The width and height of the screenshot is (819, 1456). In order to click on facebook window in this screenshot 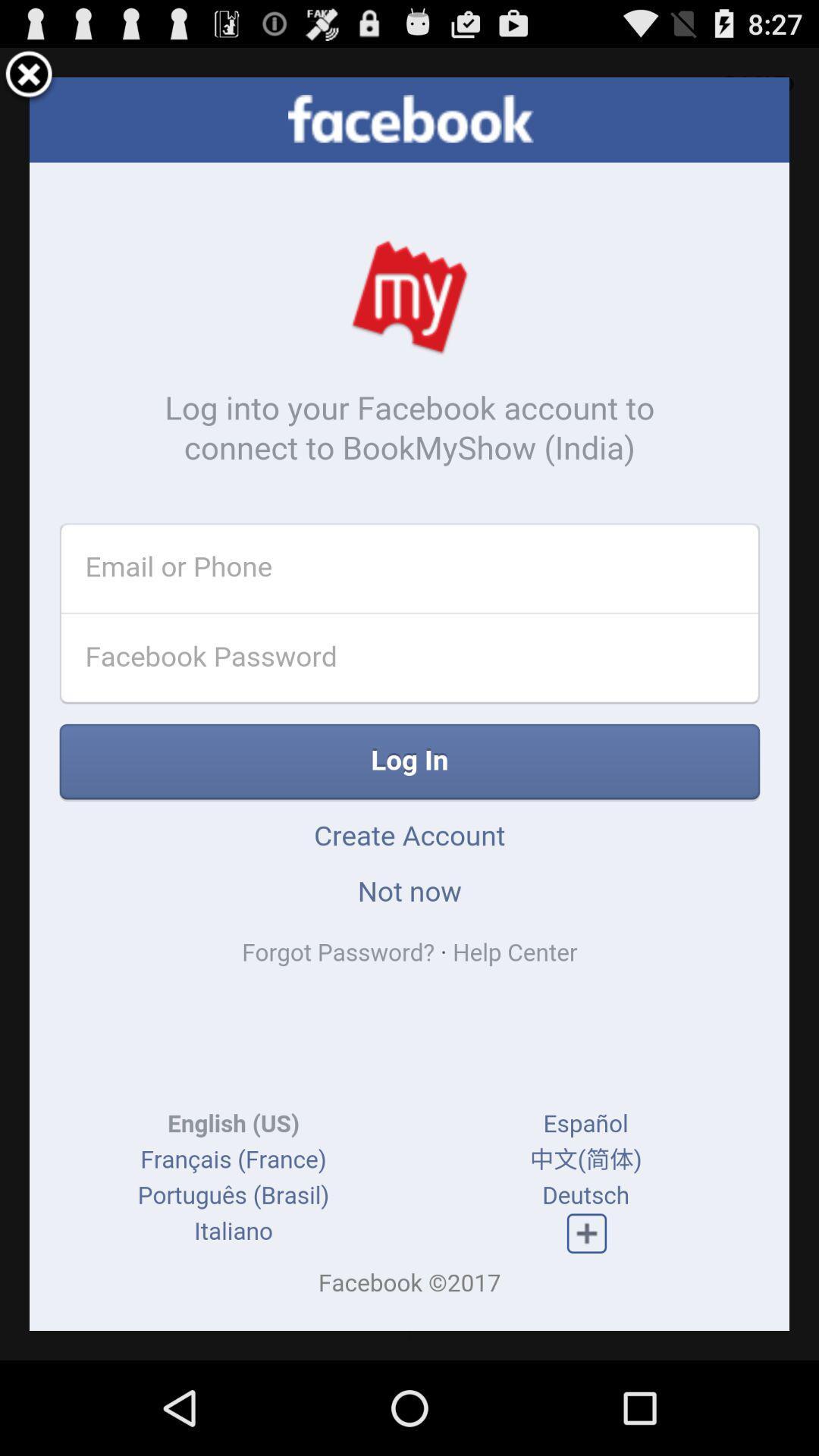, I will do `click(29, 76)`.